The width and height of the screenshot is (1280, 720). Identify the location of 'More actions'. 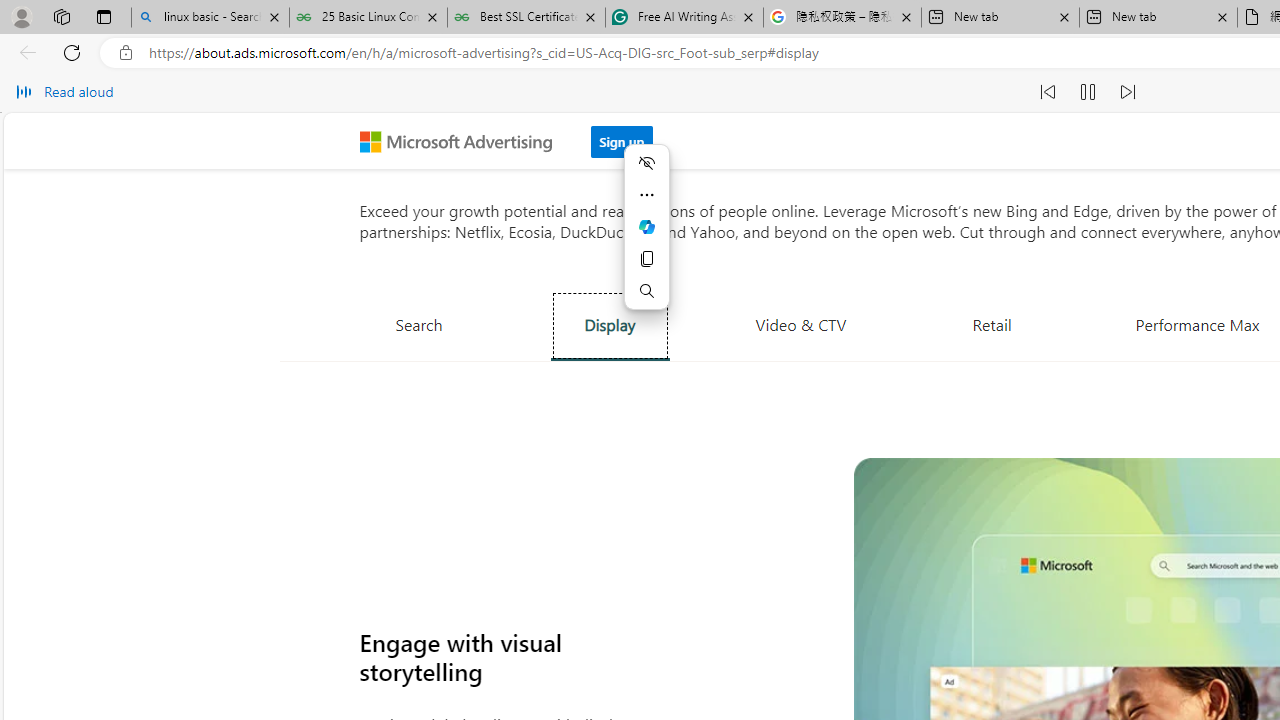
(647, 195).